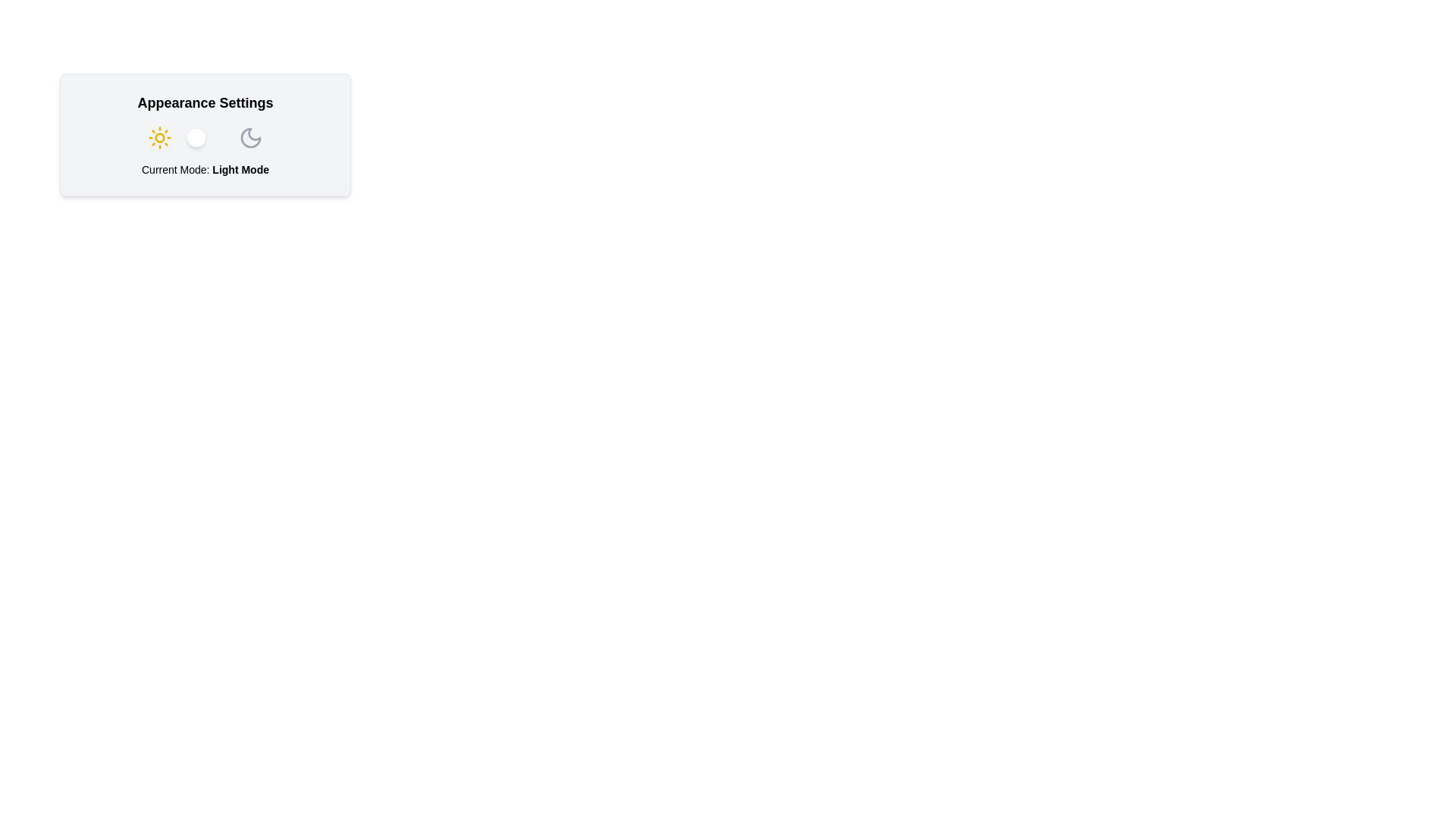 This screenshot has width=1456, height=819. Describe the element at coordinates (204, 169) in the screenshot. I see `the text label displaying 'Current Mode: Light Mode', which is styled in bold and located within the 'Appearance Settings' box` at that location.